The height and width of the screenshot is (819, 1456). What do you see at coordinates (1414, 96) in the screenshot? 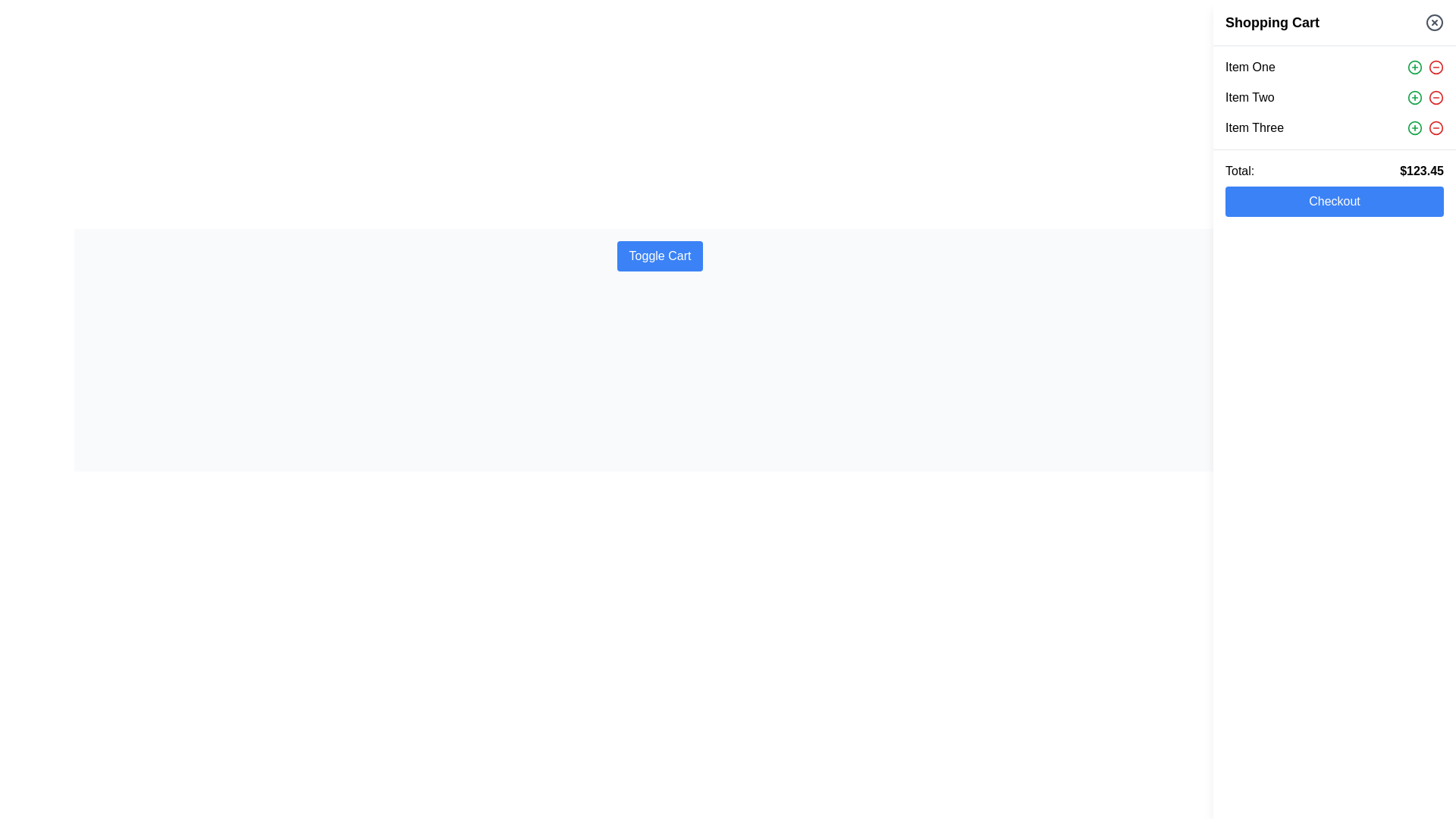
I see `the circular graphical element that serves as the background for the '+' symbol in the shopping cart interface, located next to 'Item Two'` at bounding box center [1414, 96].